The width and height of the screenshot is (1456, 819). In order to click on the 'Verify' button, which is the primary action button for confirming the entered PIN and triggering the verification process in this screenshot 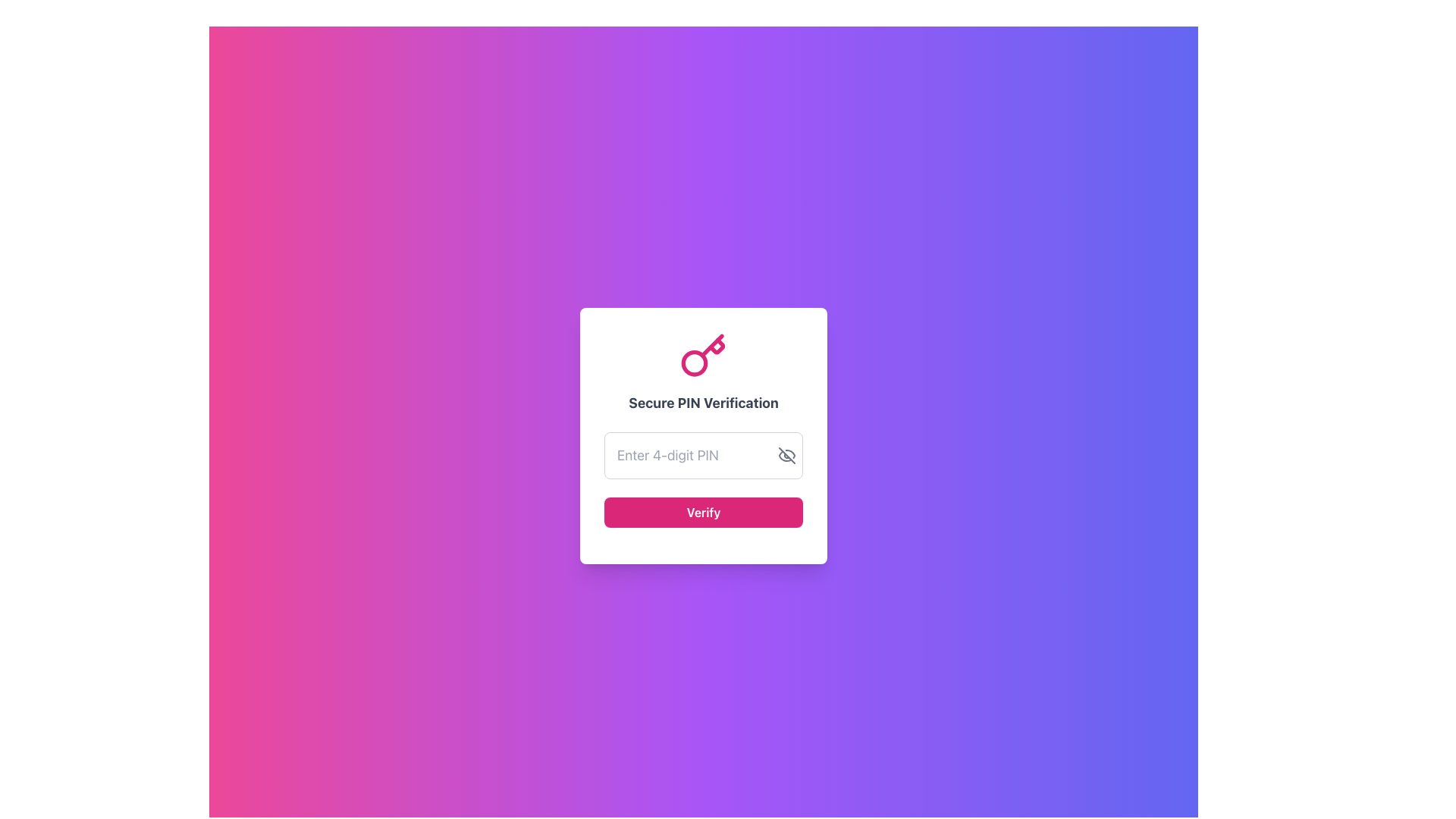, I will do `click(702, 512)`.